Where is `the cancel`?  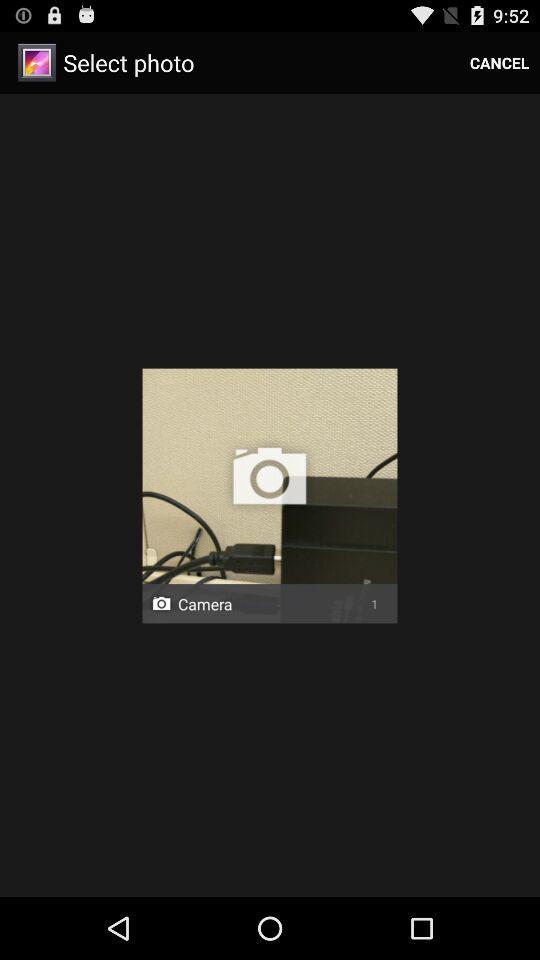
the cancel is located at coordinates (498, 62).